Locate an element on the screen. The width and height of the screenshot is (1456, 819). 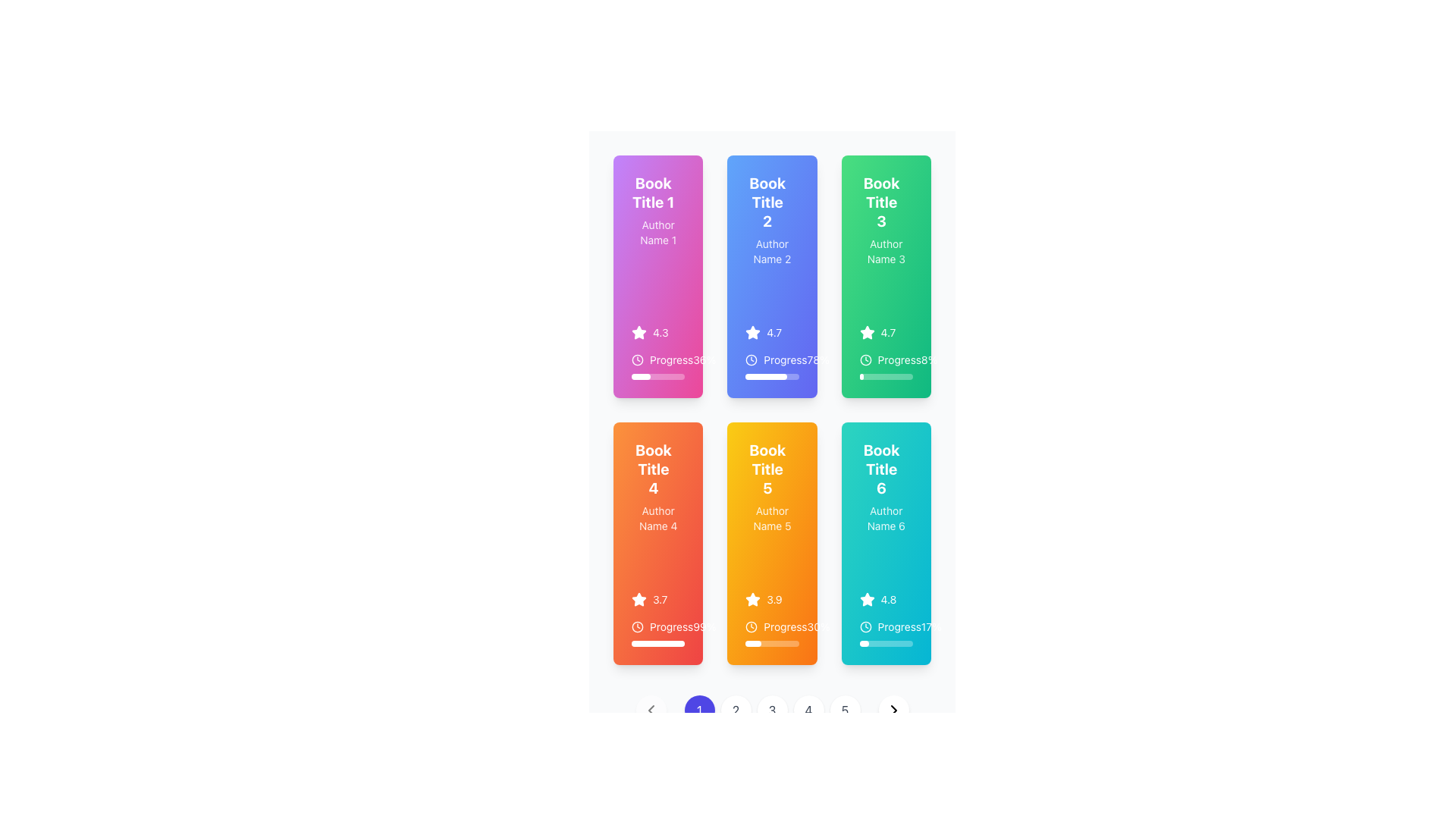
the text label that serves as the primary title for the card identifying 'Book Title 4', located in the second column of the second row in a grid layout is located at coordinates (658, 471).